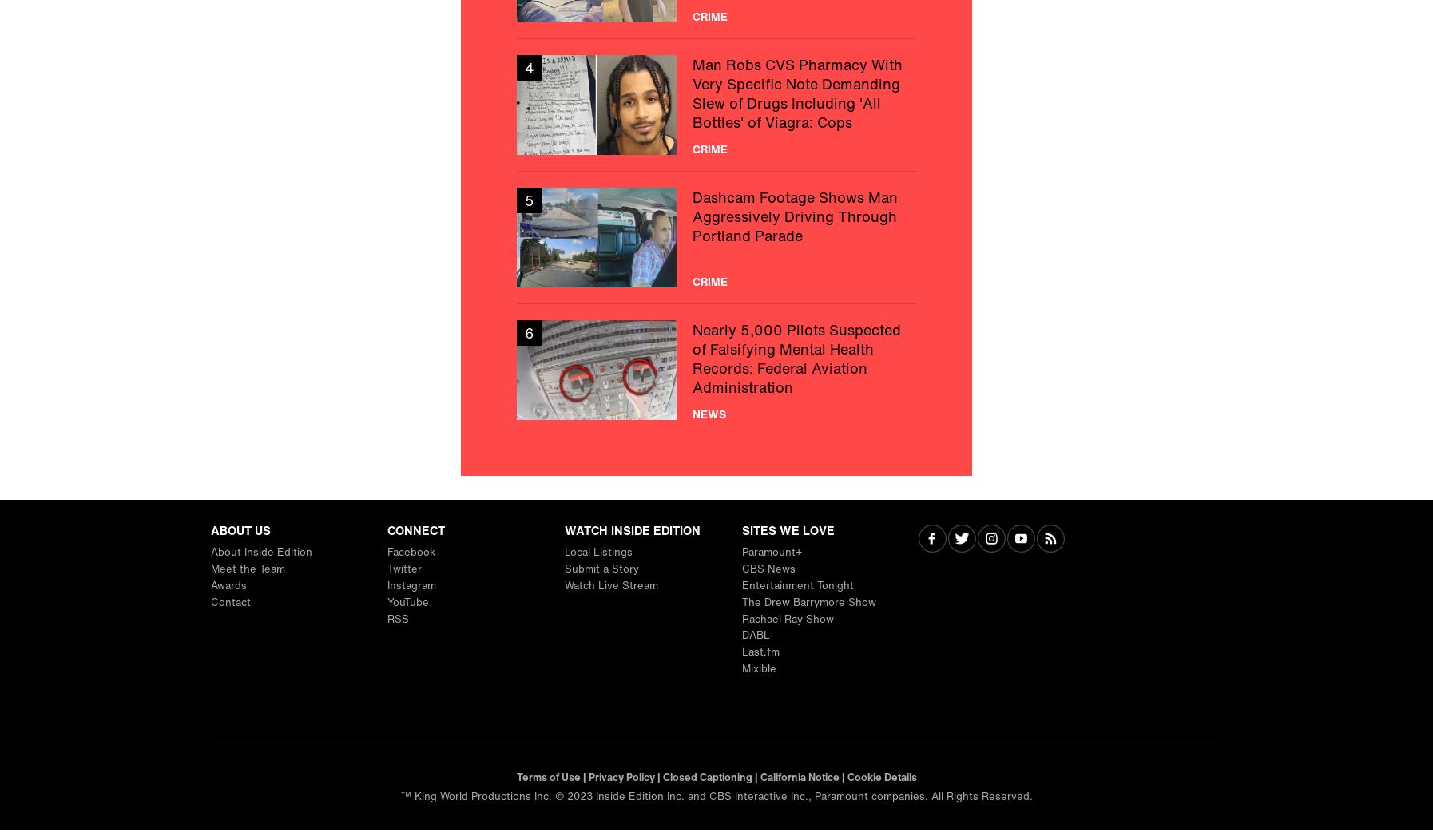 The image size is (1433, 840). What do you see at coordinates (711, 776) in the screenshot?
I see `'Closed Captioning |'` at bounding box center [711, 776].